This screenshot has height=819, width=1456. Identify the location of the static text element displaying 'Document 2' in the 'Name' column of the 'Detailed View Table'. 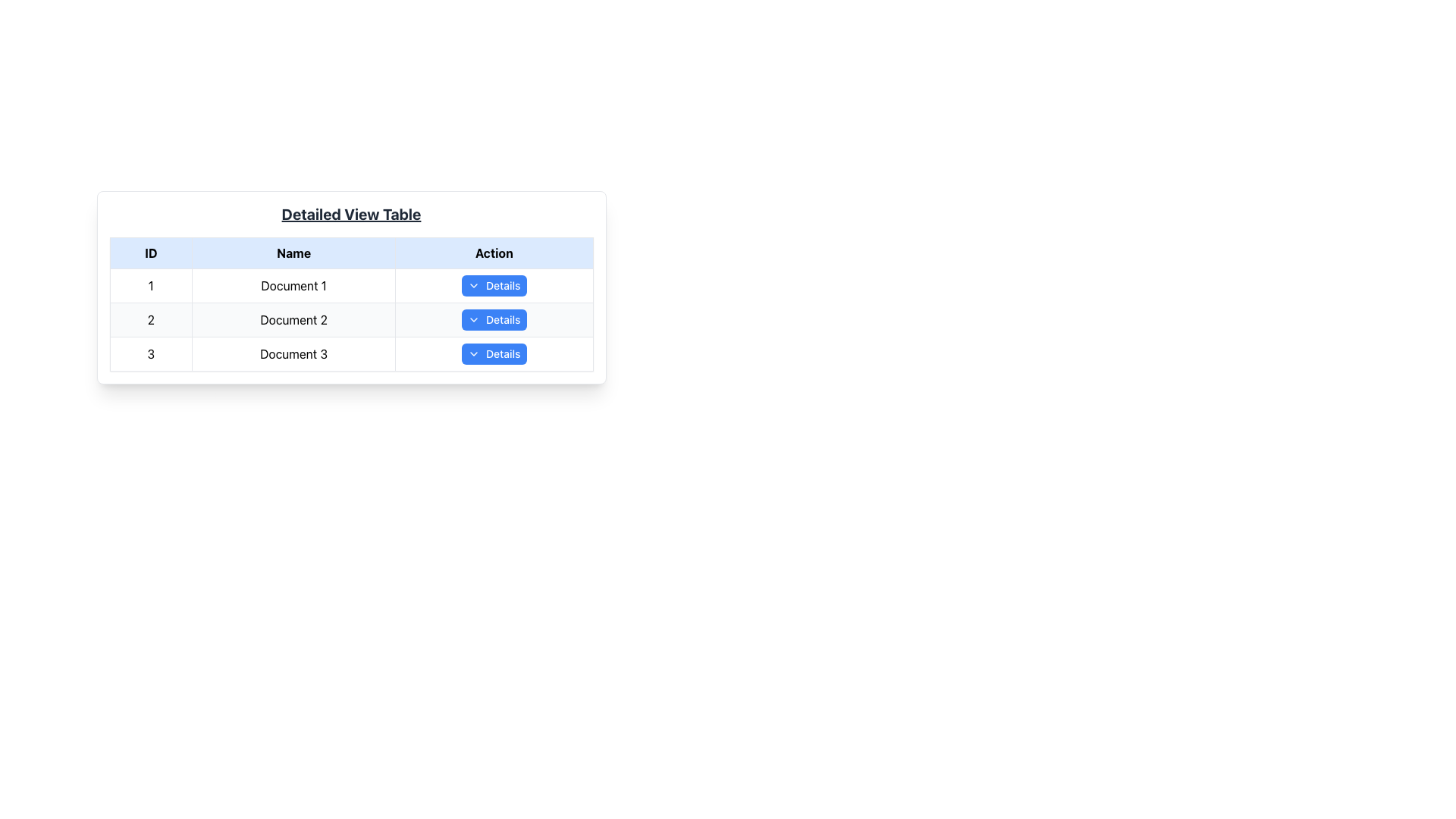
(293, 318).